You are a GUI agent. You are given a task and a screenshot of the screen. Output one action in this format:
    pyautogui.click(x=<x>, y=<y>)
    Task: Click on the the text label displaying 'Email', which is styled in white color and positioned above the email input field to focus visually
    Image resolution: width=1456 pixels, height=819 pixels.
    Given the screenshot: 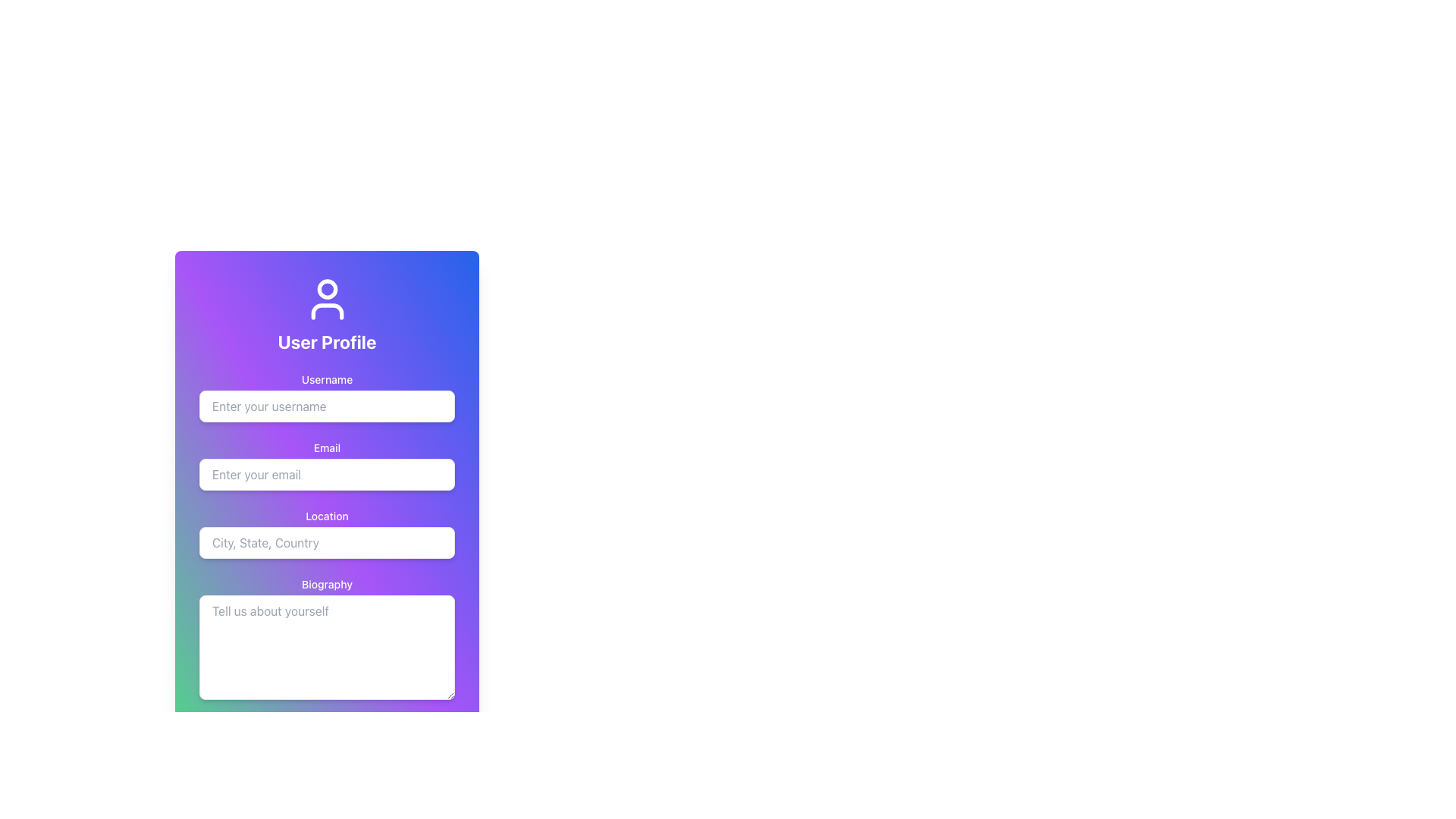 What is the action you would take?
    pyautogui.click(x=326, y=447)
    